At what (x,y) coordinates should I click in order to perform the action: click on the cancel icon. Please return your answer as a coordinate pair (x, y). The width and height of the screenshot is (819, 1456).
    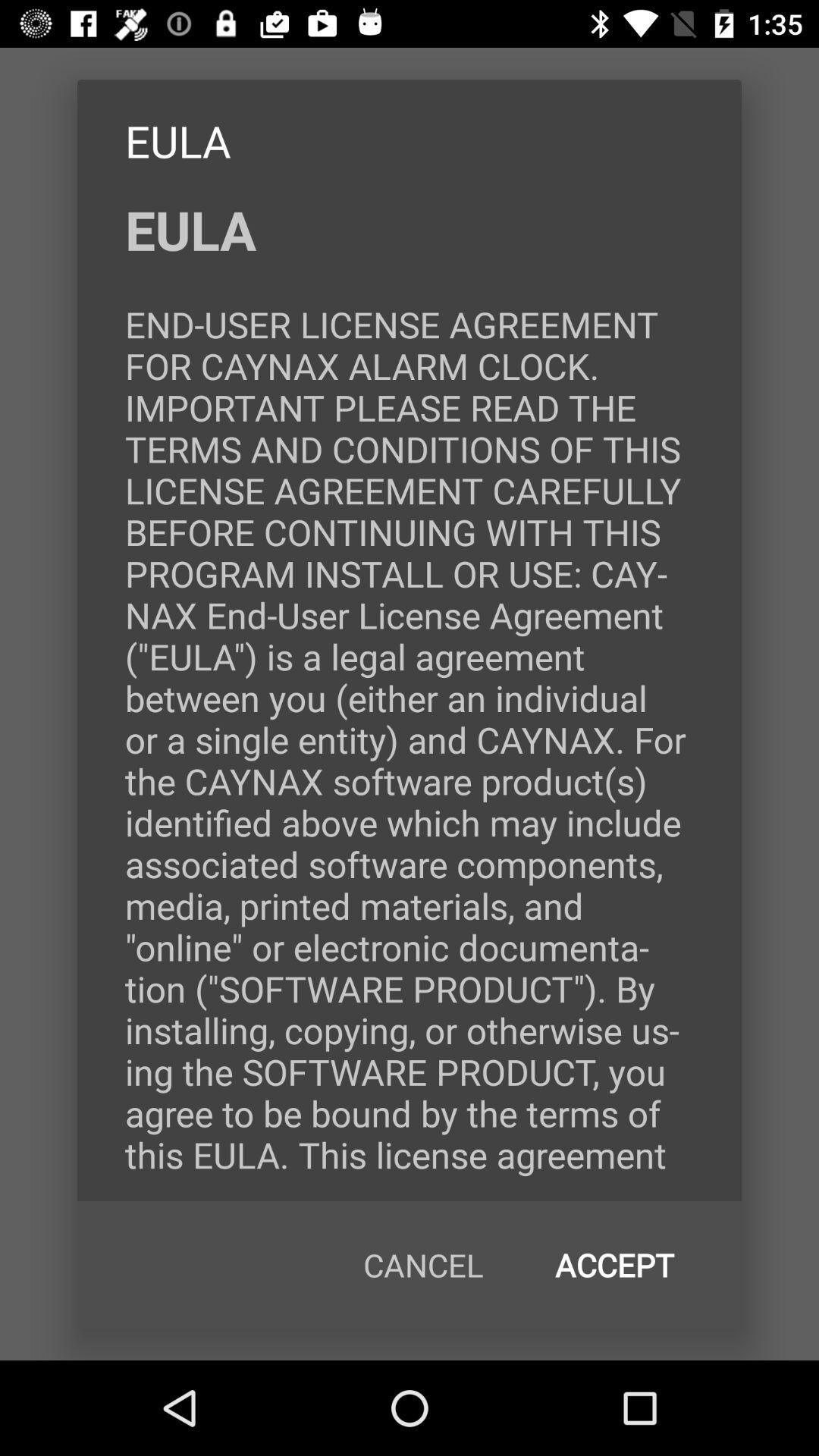
    Looking at the image, I should click on (423, 1265).